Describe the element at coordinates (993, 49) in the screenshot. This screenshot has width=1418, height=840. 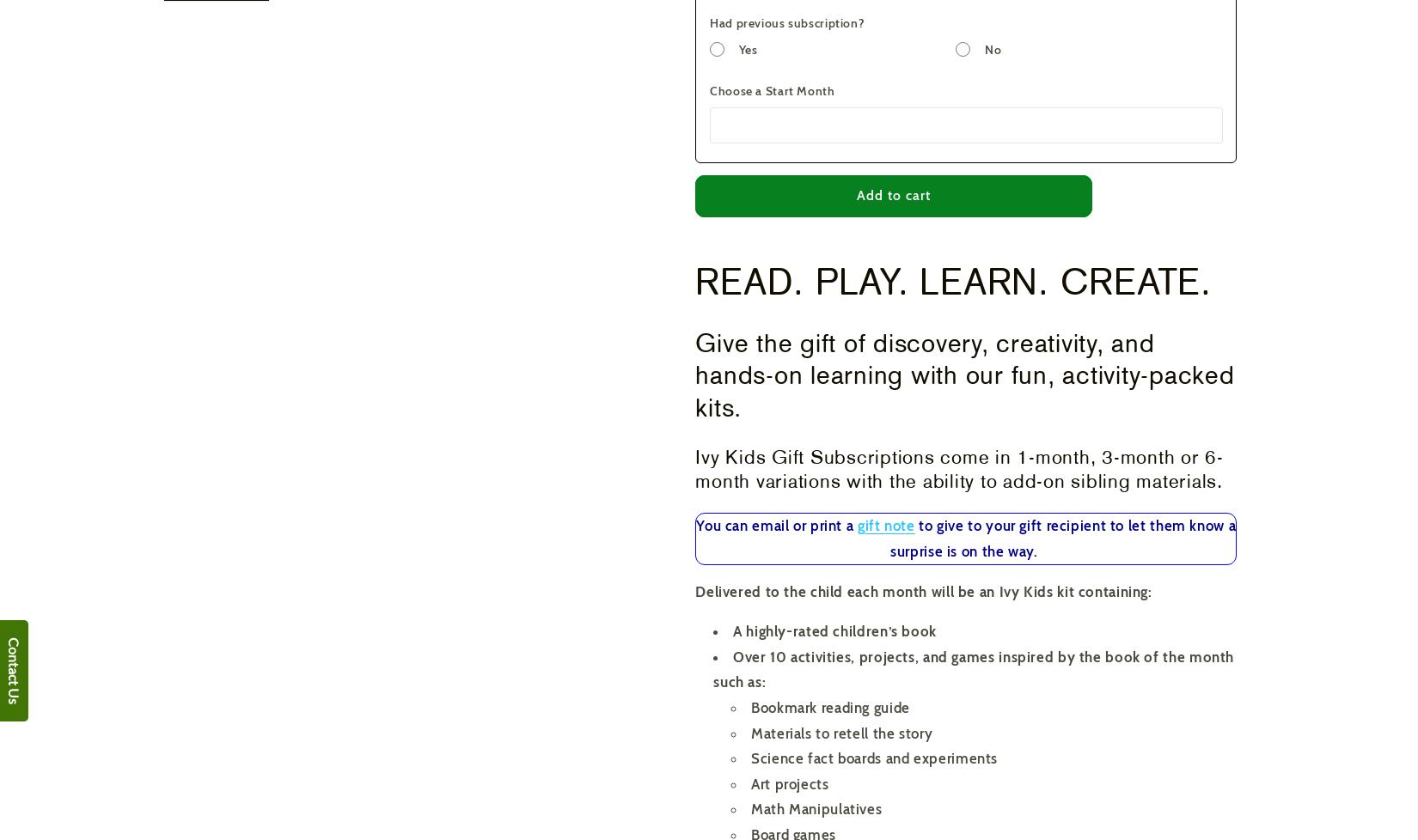
I see `'No'` at that location.